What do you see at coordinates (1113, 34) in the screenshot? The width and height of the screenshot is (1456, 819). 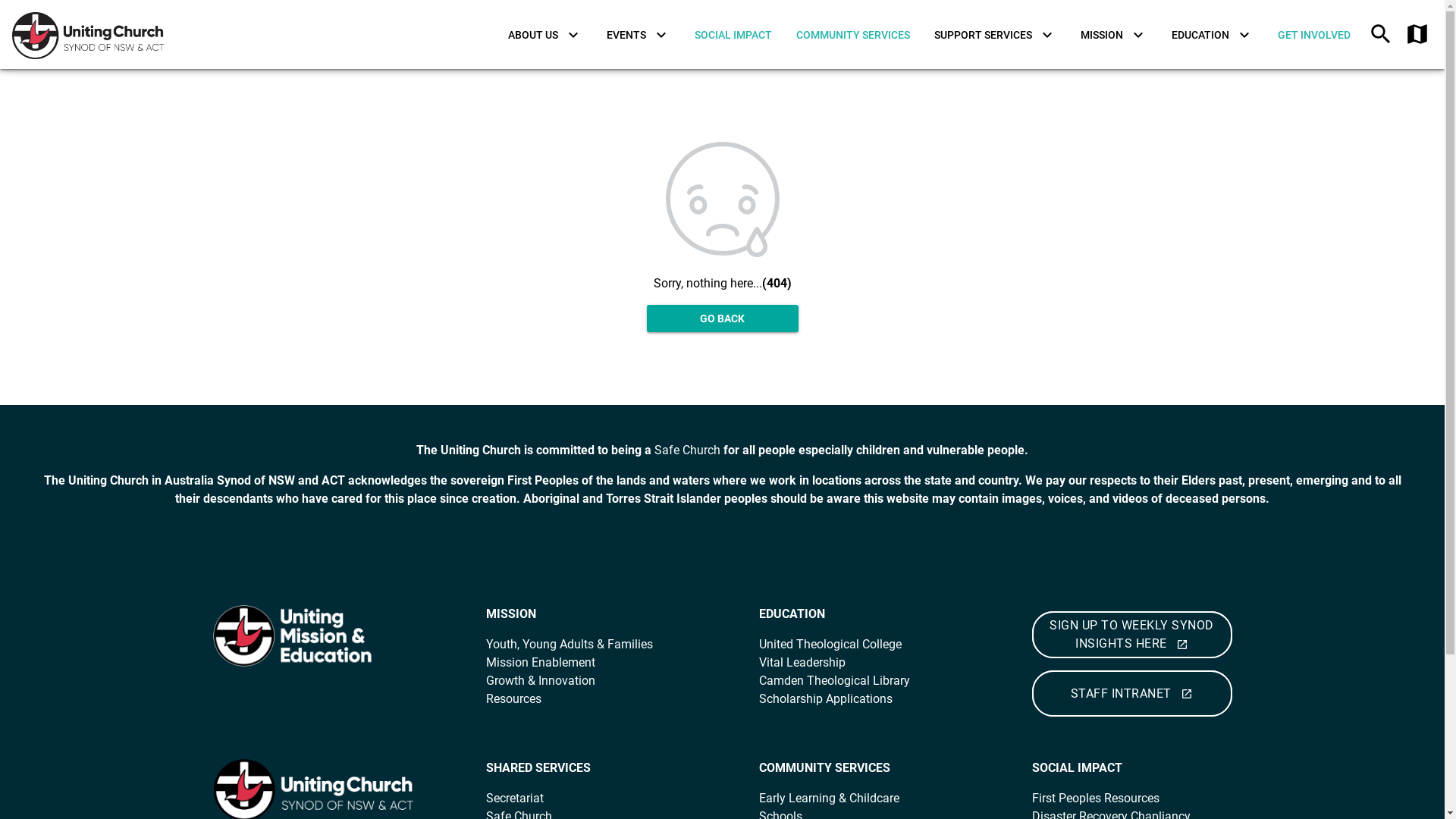 I see `'MISSION` at bounding box center [1113, 34].